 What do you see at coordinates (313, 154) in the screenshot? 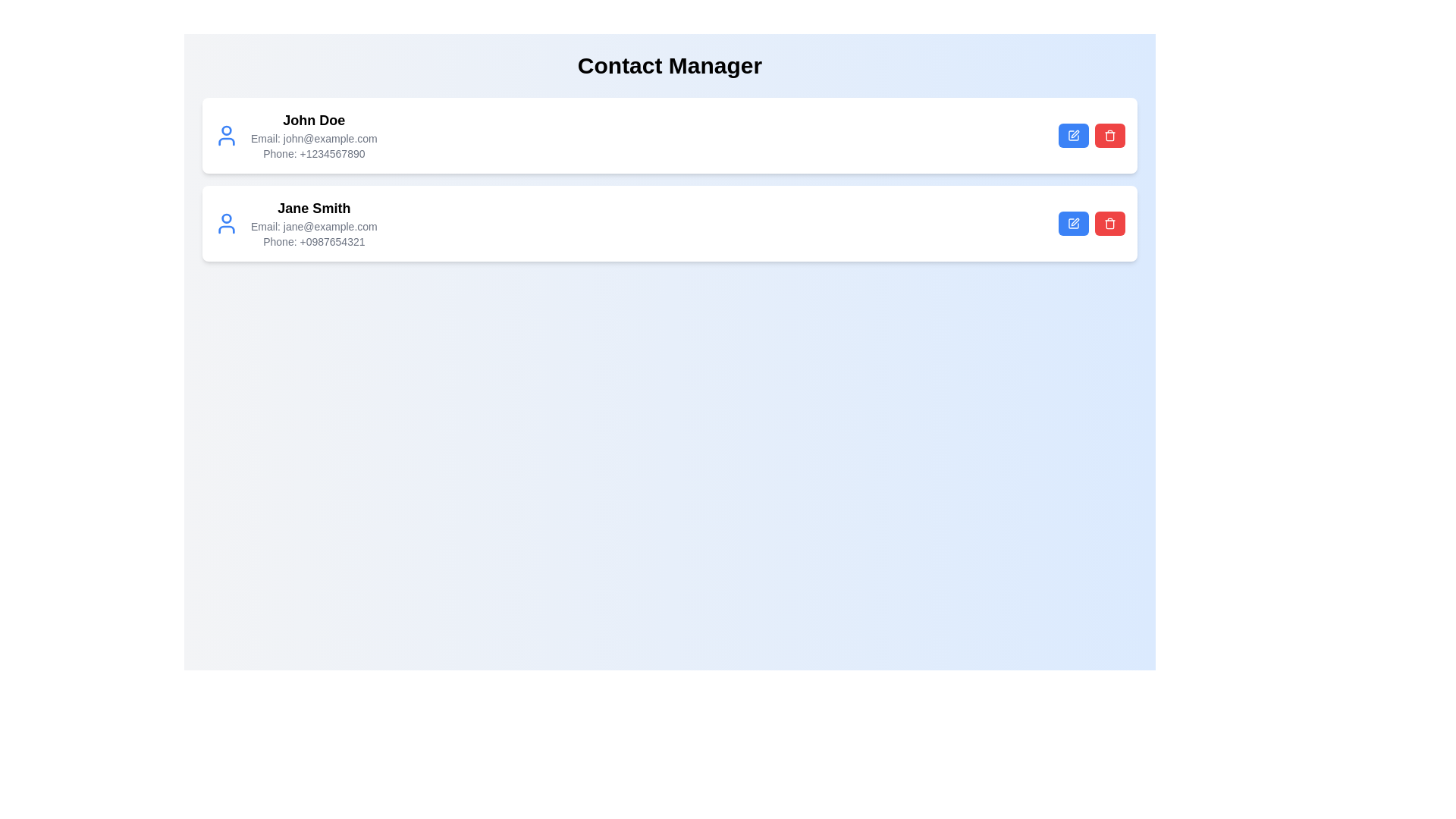
I see `the static text displaying the phone number associated with the contact 'John Doe', which is positioned under the email text 'Email: john@example.com' in the contact card` at bounding box center [313, 154].